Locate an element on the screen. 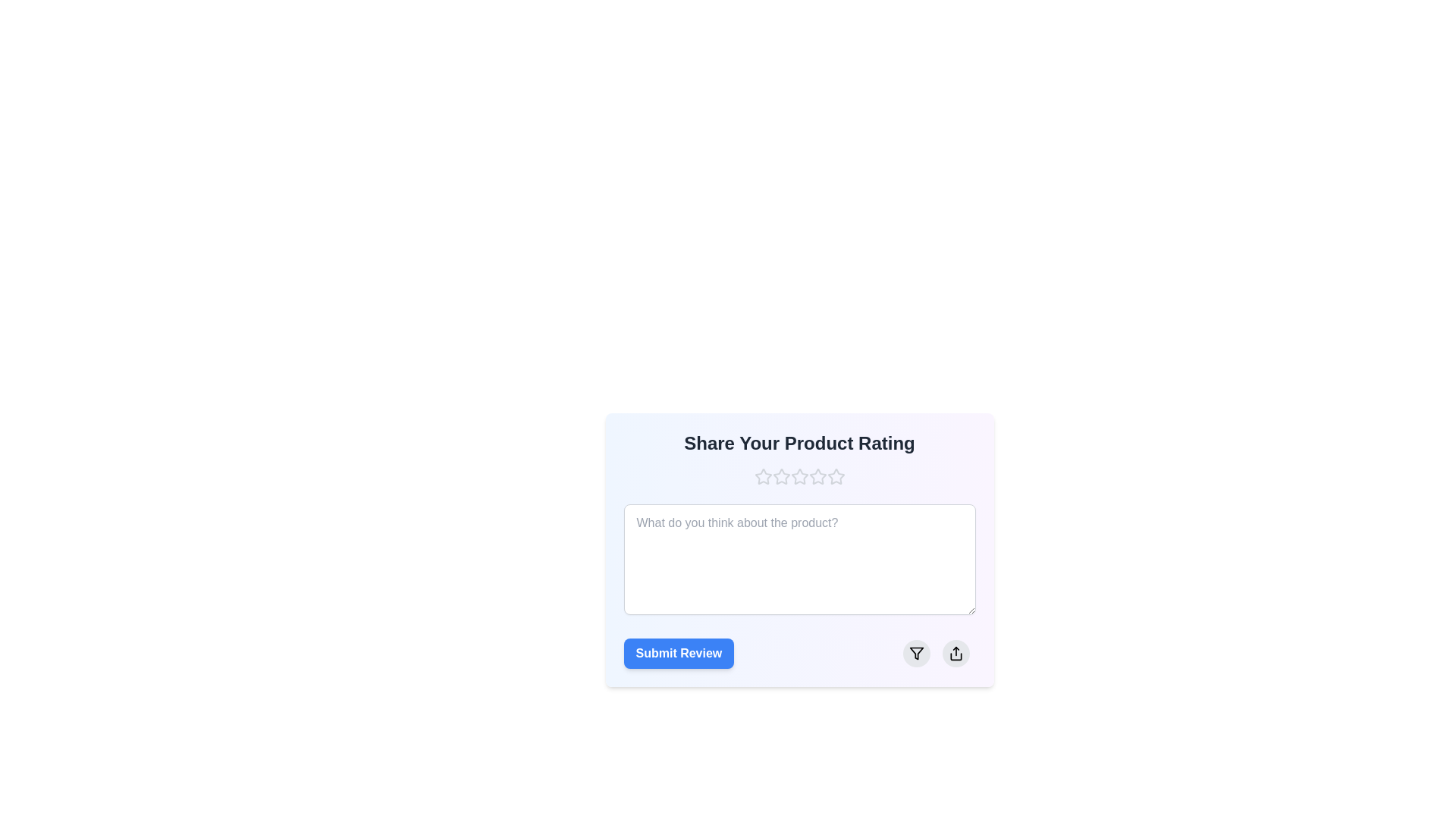 The width and height of the screenshot is (1456, 819). the funnel-shaped filter icon located towards the bottom right corner of the interface, adjacent to an upward arrow button is located at coordinates (915, 652).